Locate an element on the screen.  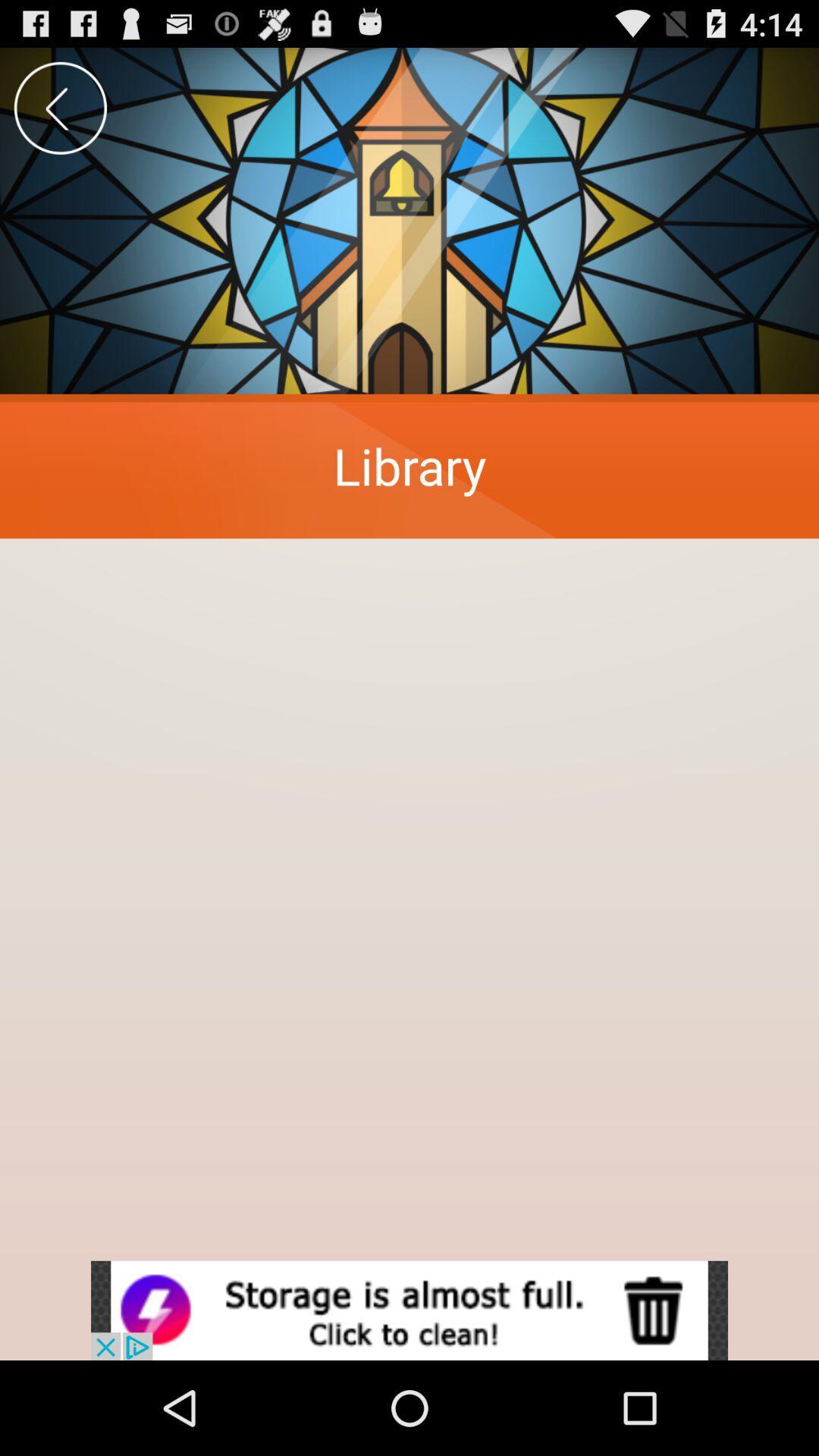
open an advertisement is located at coordinates (409, 1310).